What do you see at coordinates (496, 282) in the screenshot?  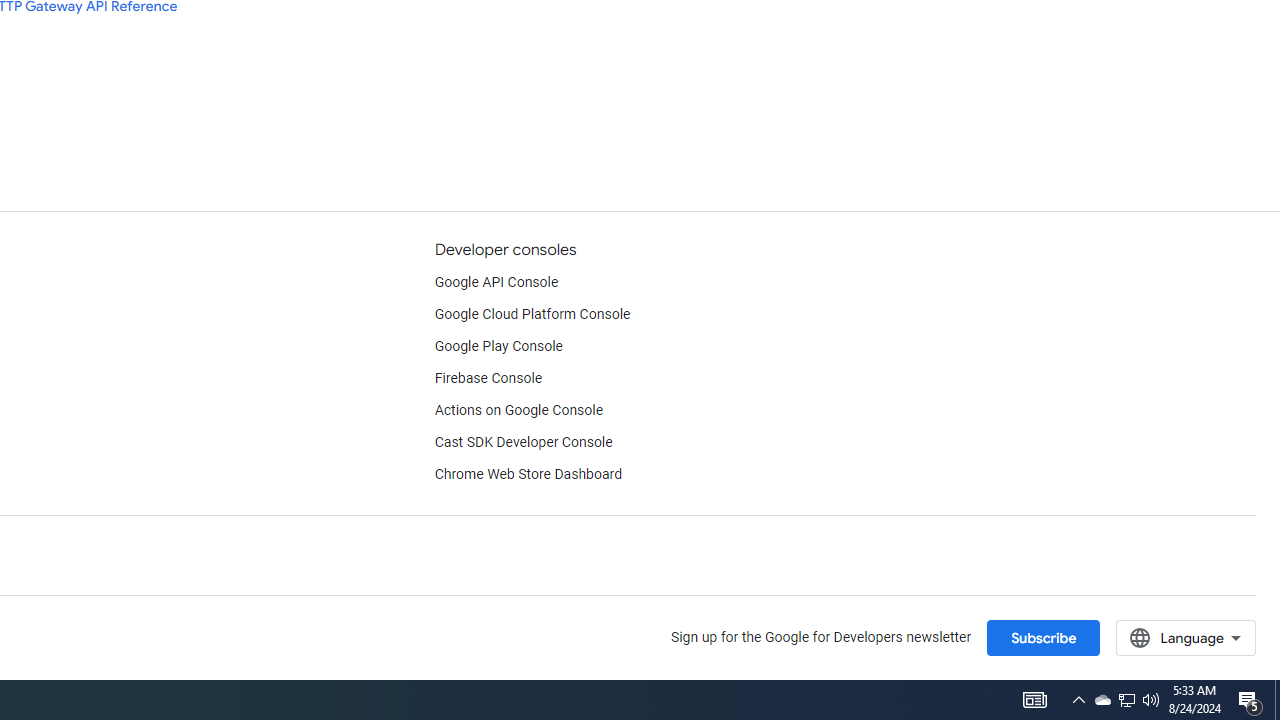 I see `'Google API Console'` at bounding box center [496, 282].